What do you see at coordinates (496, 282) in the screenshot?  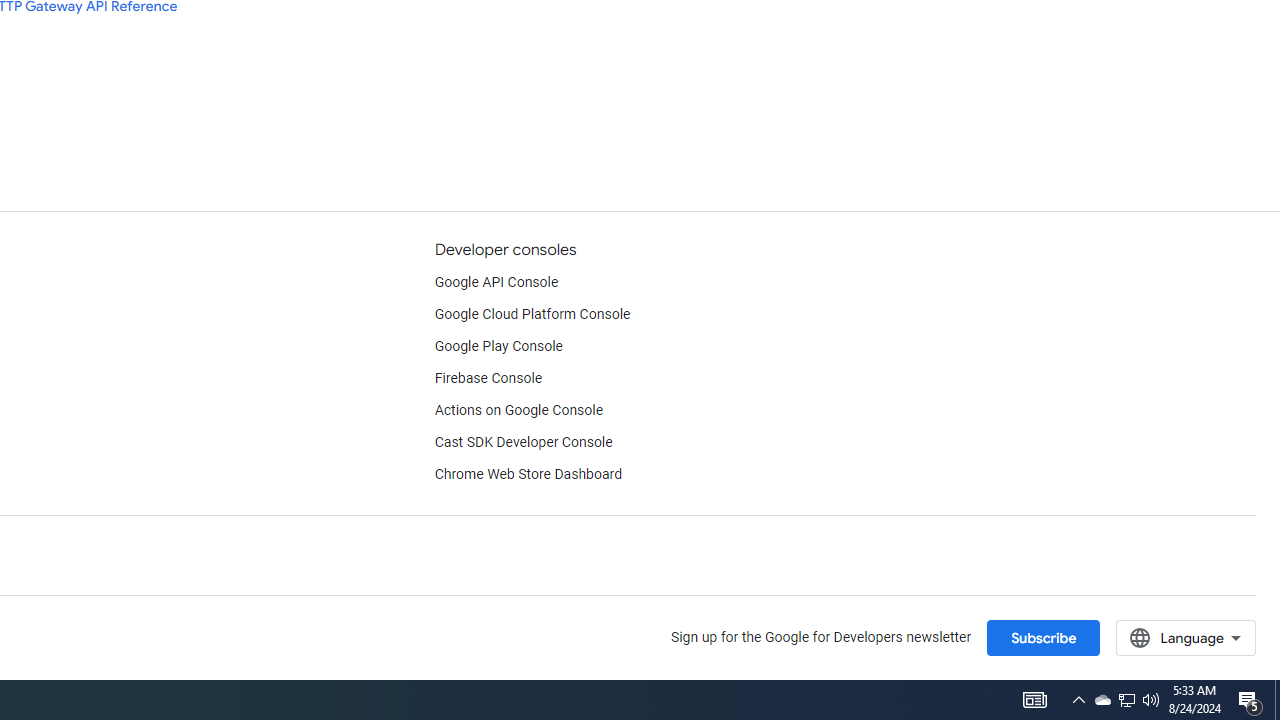 I see `'Google API Console'` at bounding box center [496, 282].